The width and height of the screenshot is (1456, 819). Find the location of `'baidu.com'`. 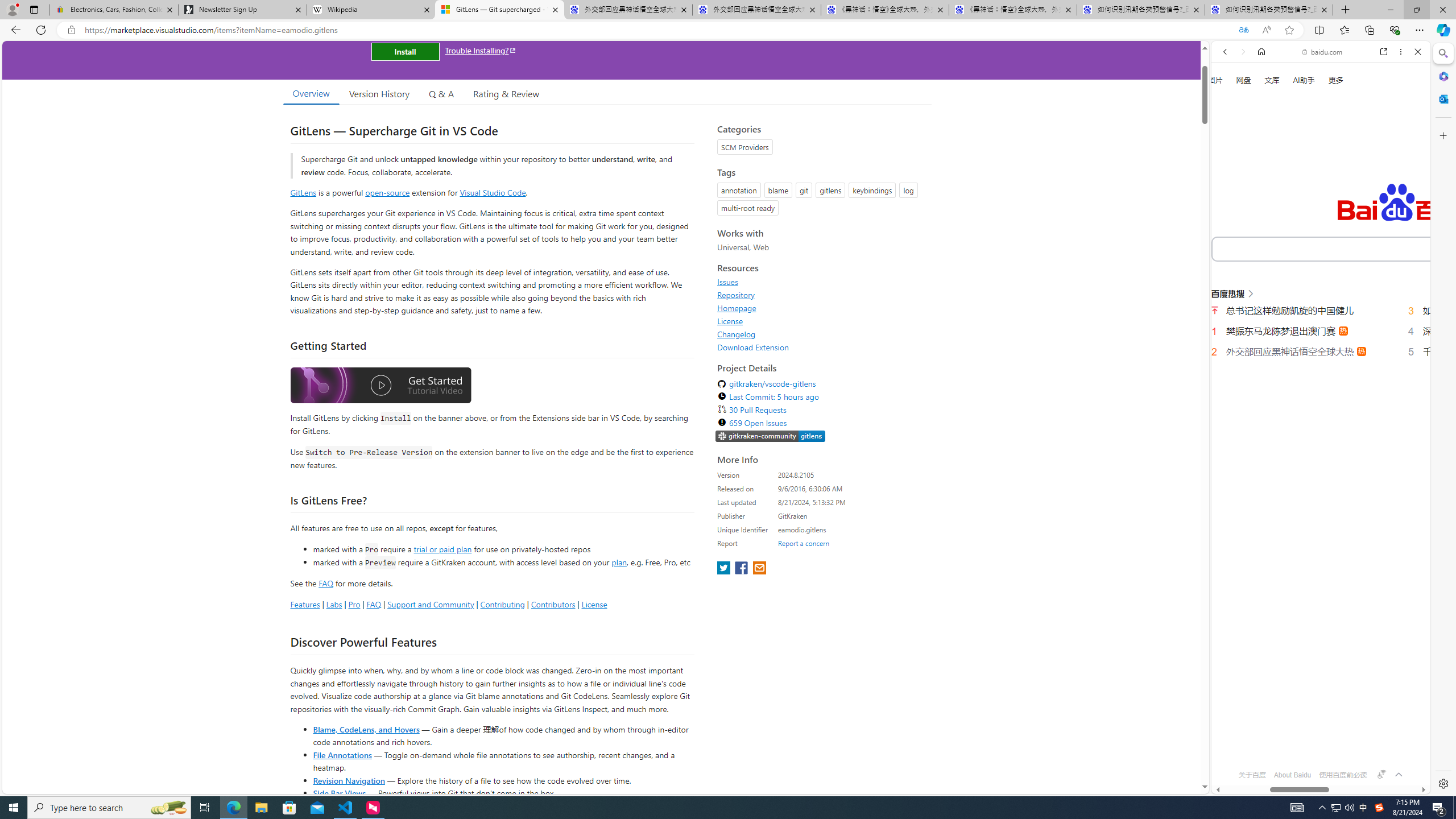

'baidu.com' is located at coordinates (1323, 52).